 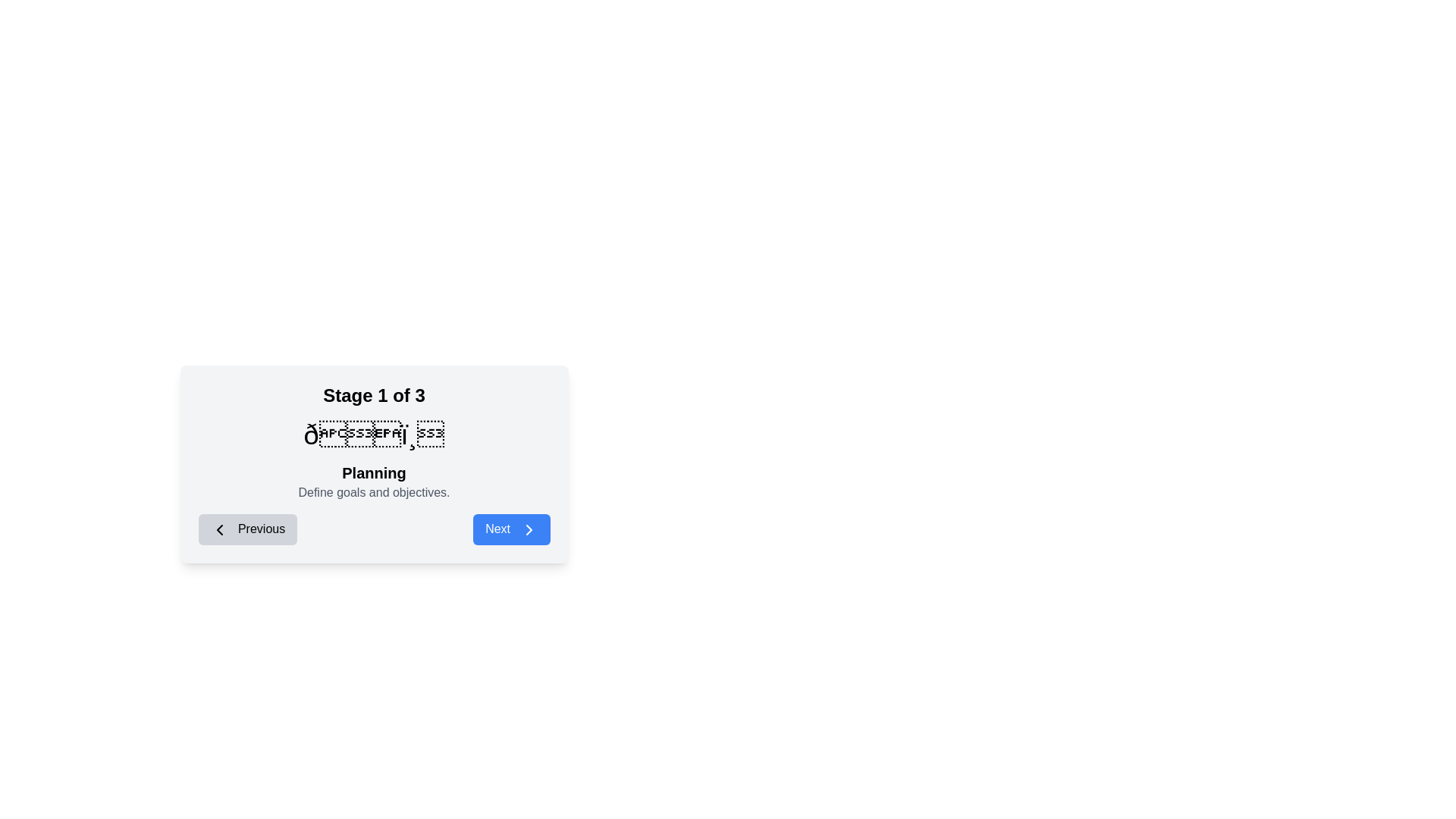 What do you see at coordinates (247, 529) in the screenshot?
I see `the 'Previous' button to navigate to the previous stage` at bounding box center [247, 529].